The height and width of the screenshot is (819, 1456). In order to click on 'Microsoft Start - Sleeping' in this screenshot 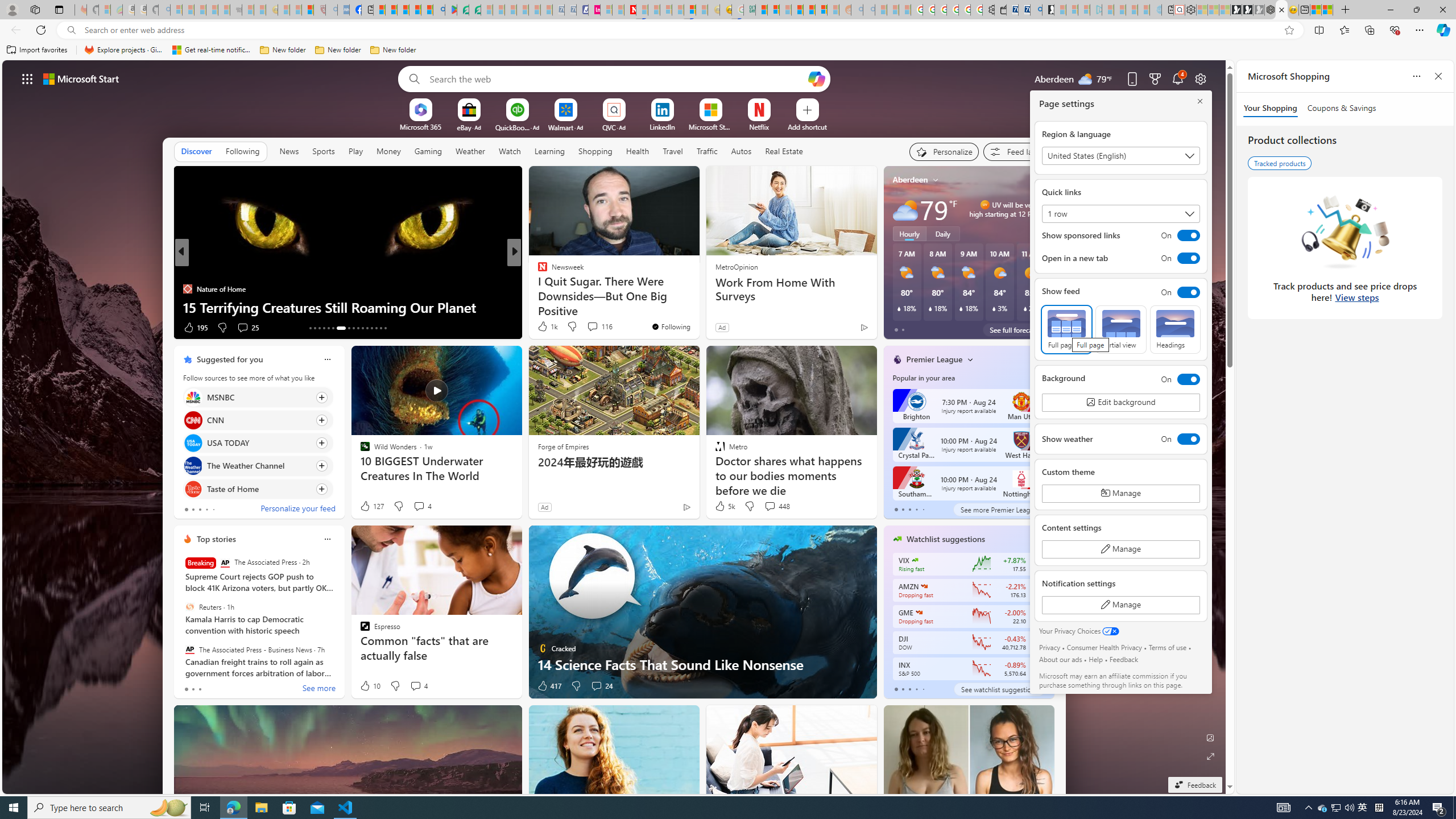, I will do `click(1131, 9)`.